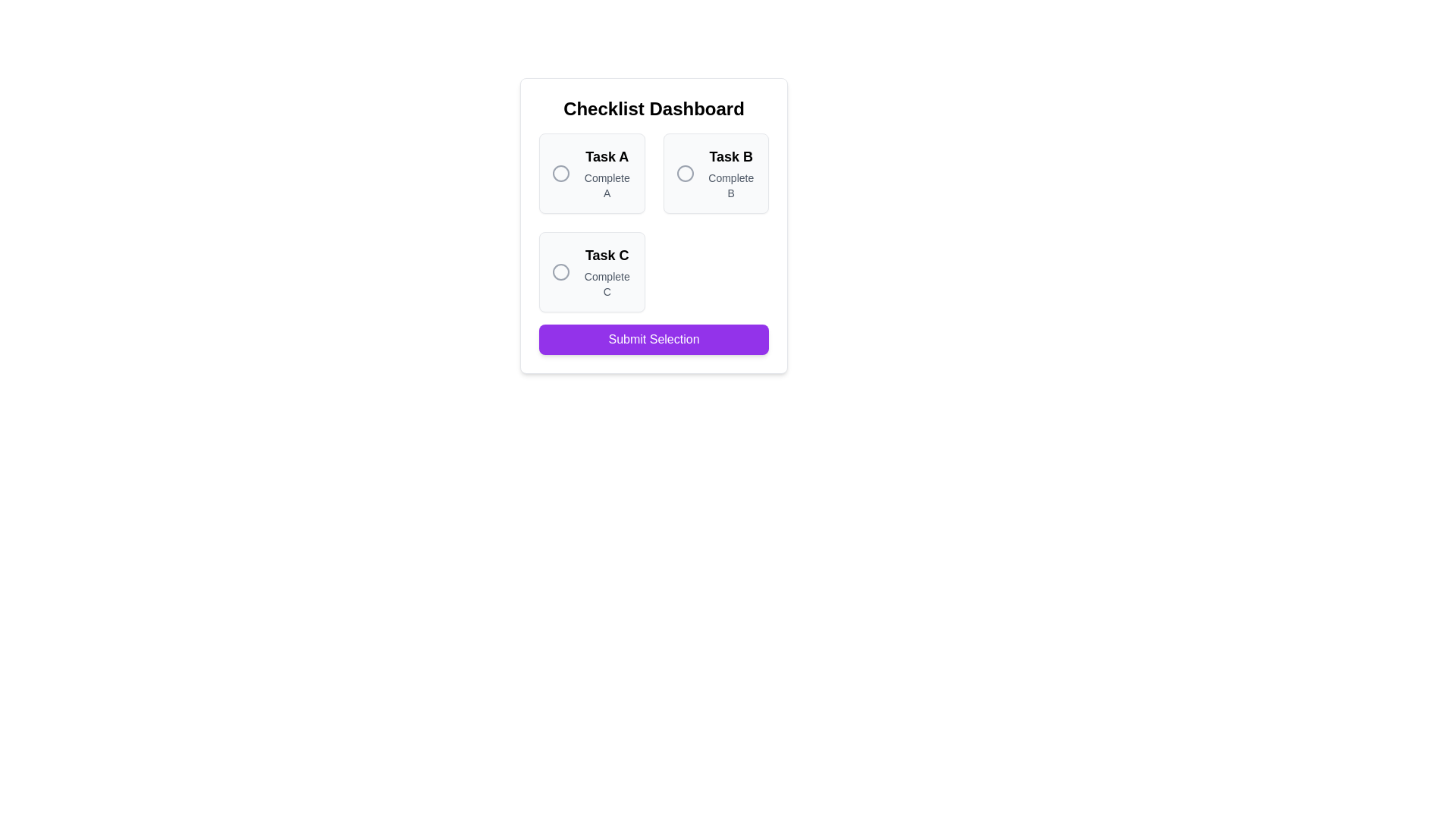 The width and height of the screenshot is (1456, 819). What do you see at coordinates (607, 254) in the screenshot?
I see `the text label for 'Task C', which is the third task item in the checklist section, positioned between 'Task B' and the 'Submit Selection' button` at bounding box center [607, 254].